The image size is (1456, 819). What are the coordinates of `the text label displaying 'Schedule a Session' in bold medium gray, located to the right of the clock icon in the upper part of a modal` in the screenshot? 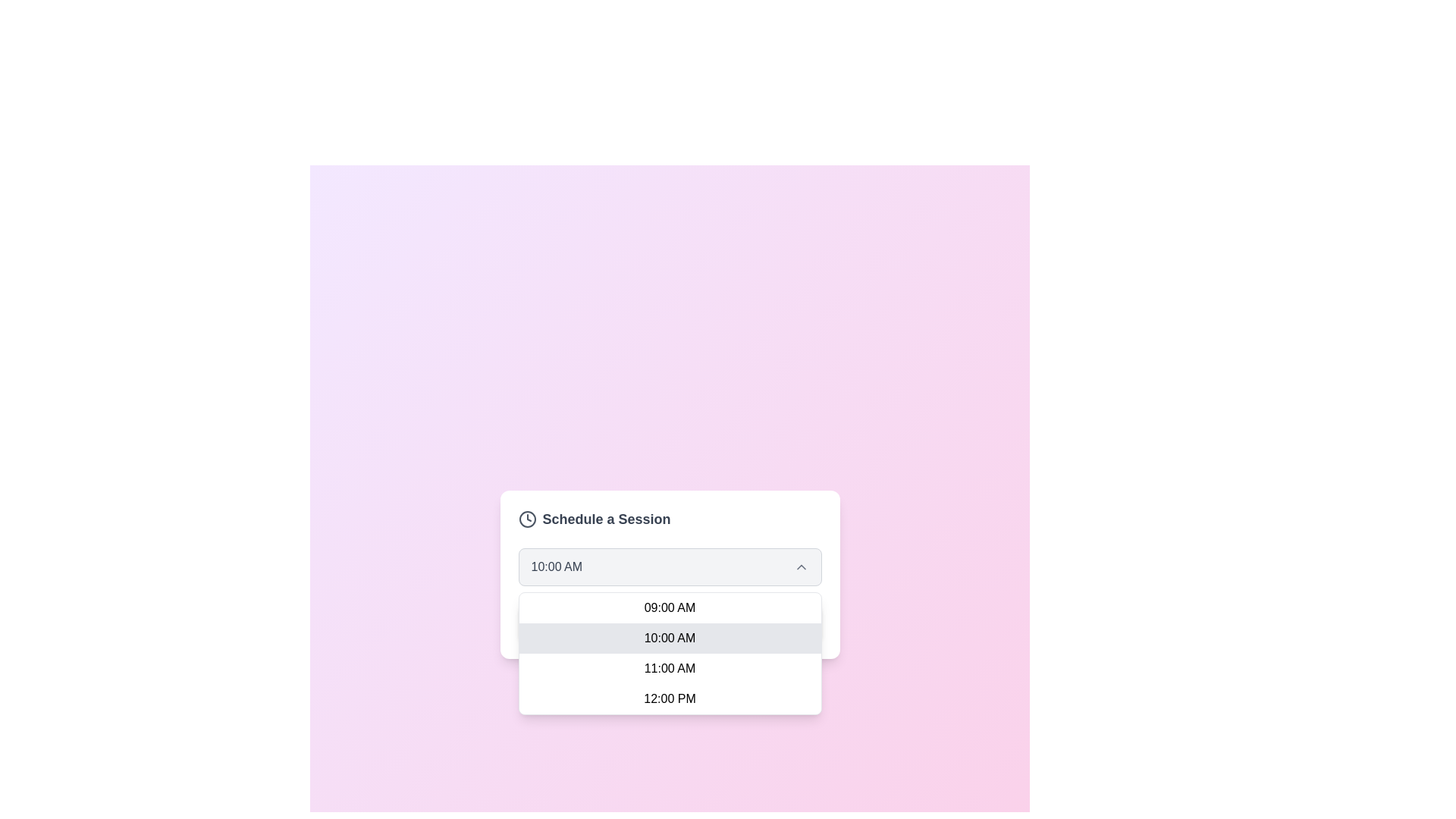 It's located at (607, 519).